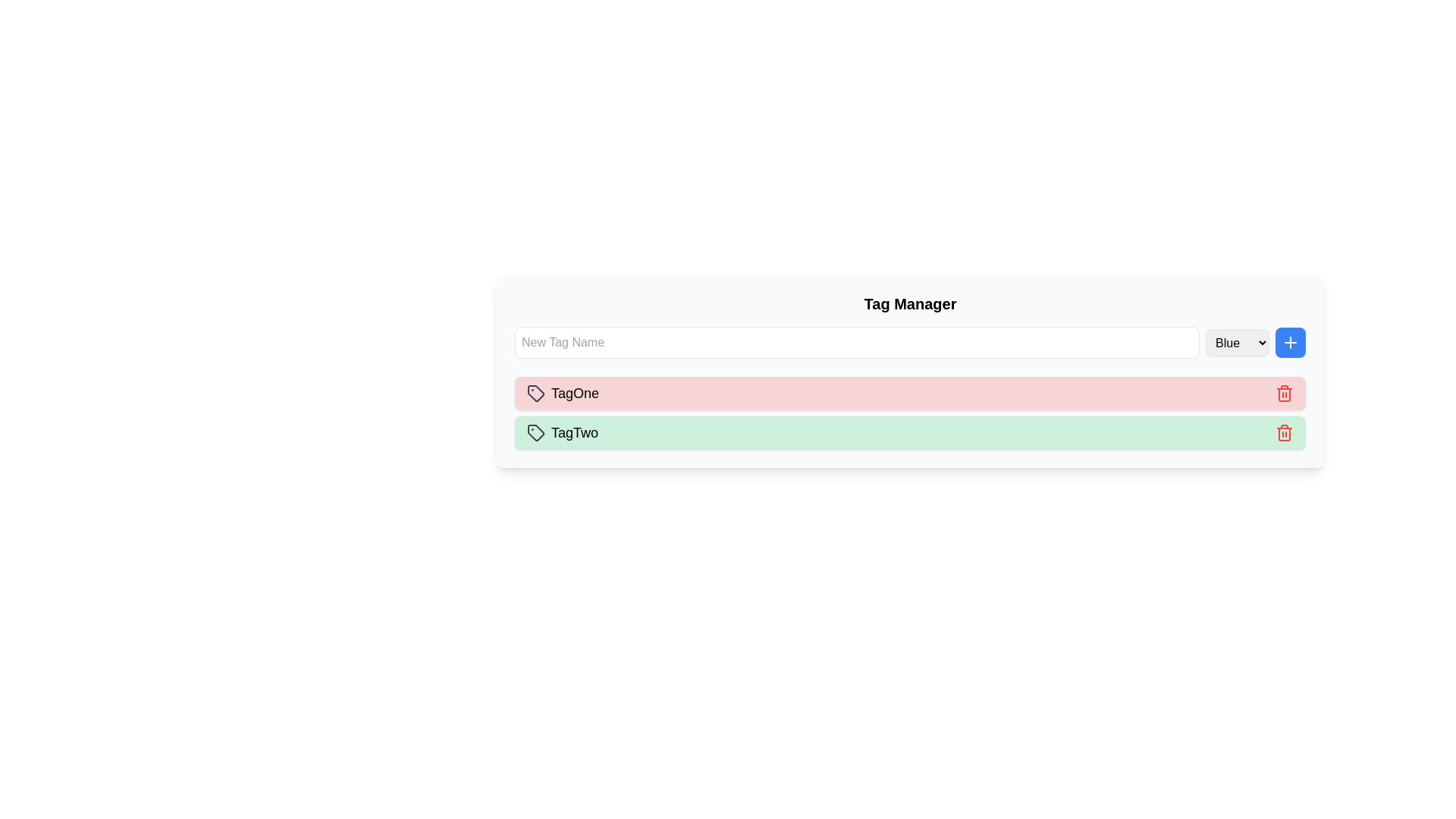 The image size is (1456, 819). What do you see at coordinates (574, 393) in the screenshot?
I see `the text 'TagOne' displayed prominently in a large font for copying or other actions` at bounding box center [574, 393].